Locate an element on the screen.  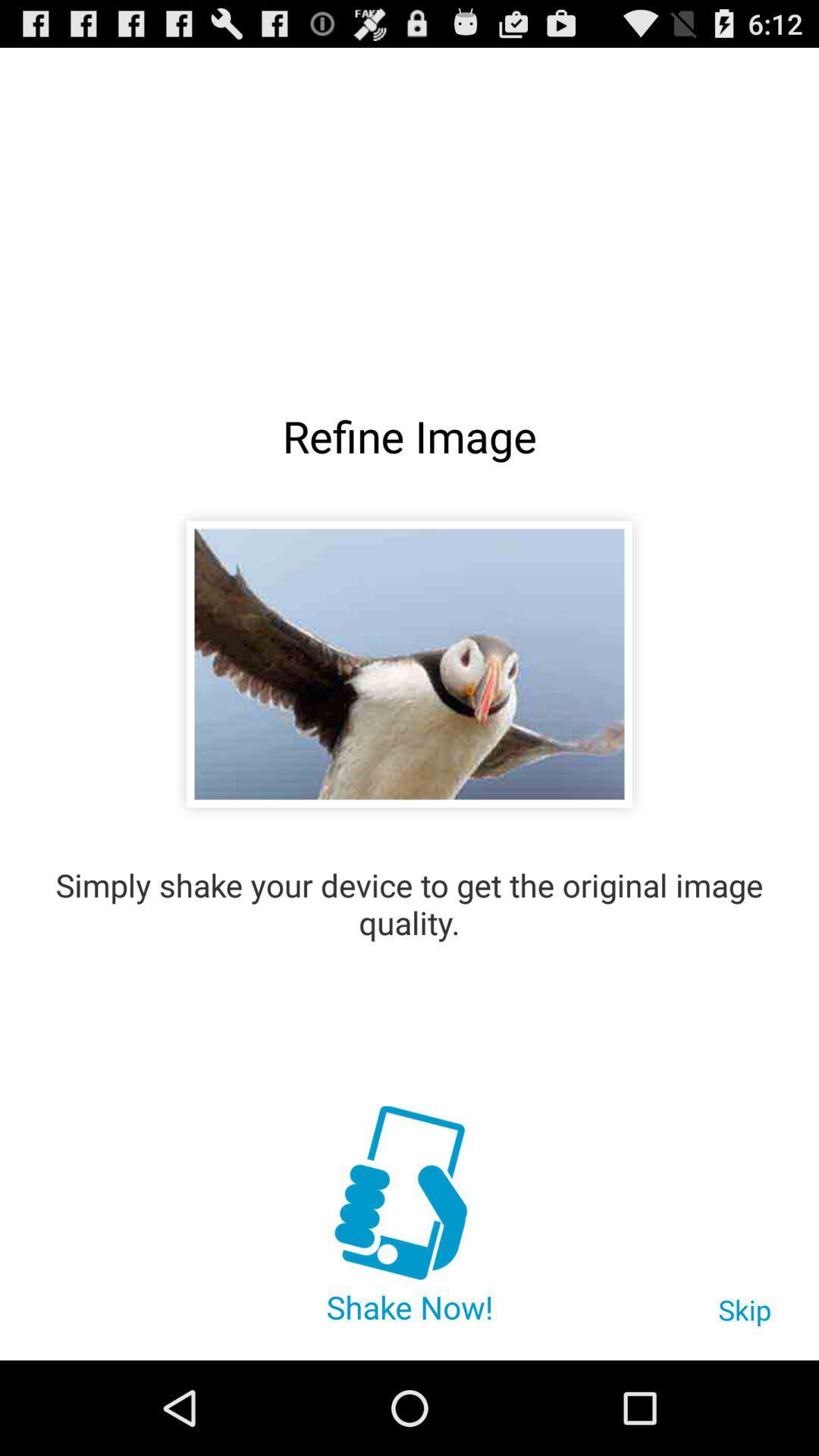
the icon at the bottom right corner is located at coordinates (744, 1316).